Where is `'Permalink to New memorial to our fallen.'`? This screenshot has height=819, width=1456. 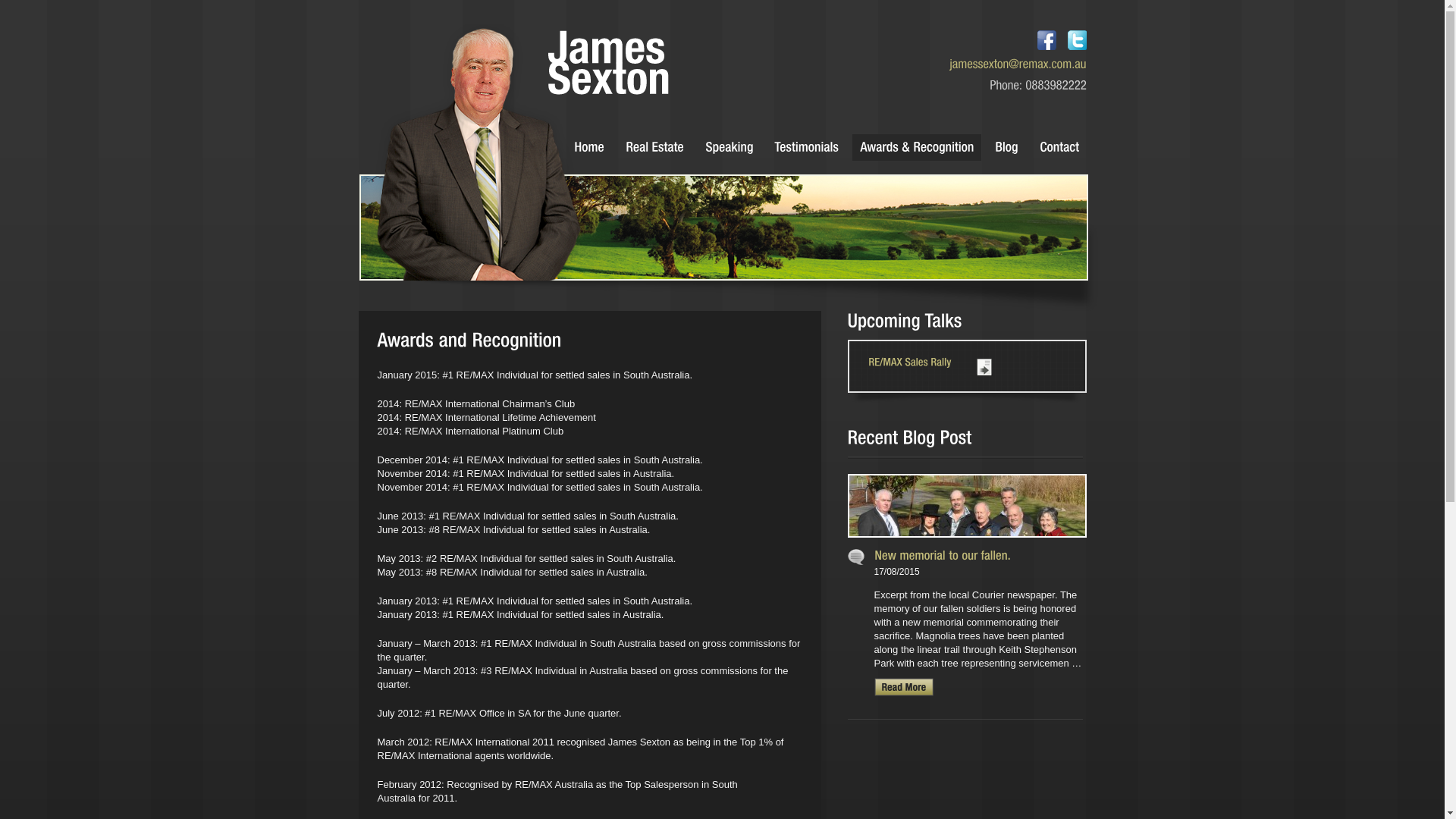 'Permalink to New memorial to our fallen.' is located at coordinates (941, 555).